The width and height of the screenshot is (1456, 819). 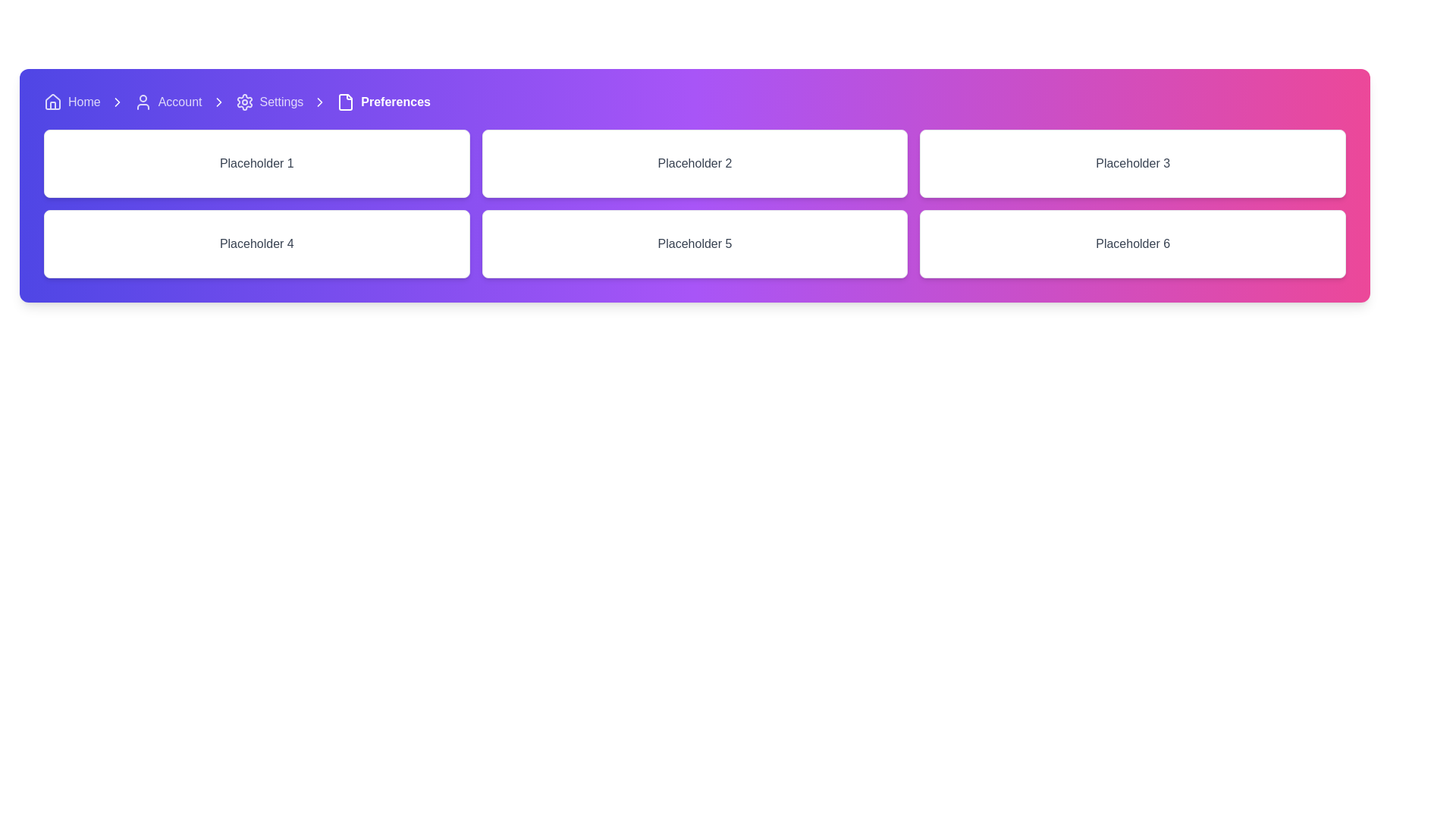 What do you see at coordinates (168, 102) in the screenshot?
I see `the 'Account' hyperlink with an icon in the breadcrumb navigation bar` at bounding box center [168, 102].